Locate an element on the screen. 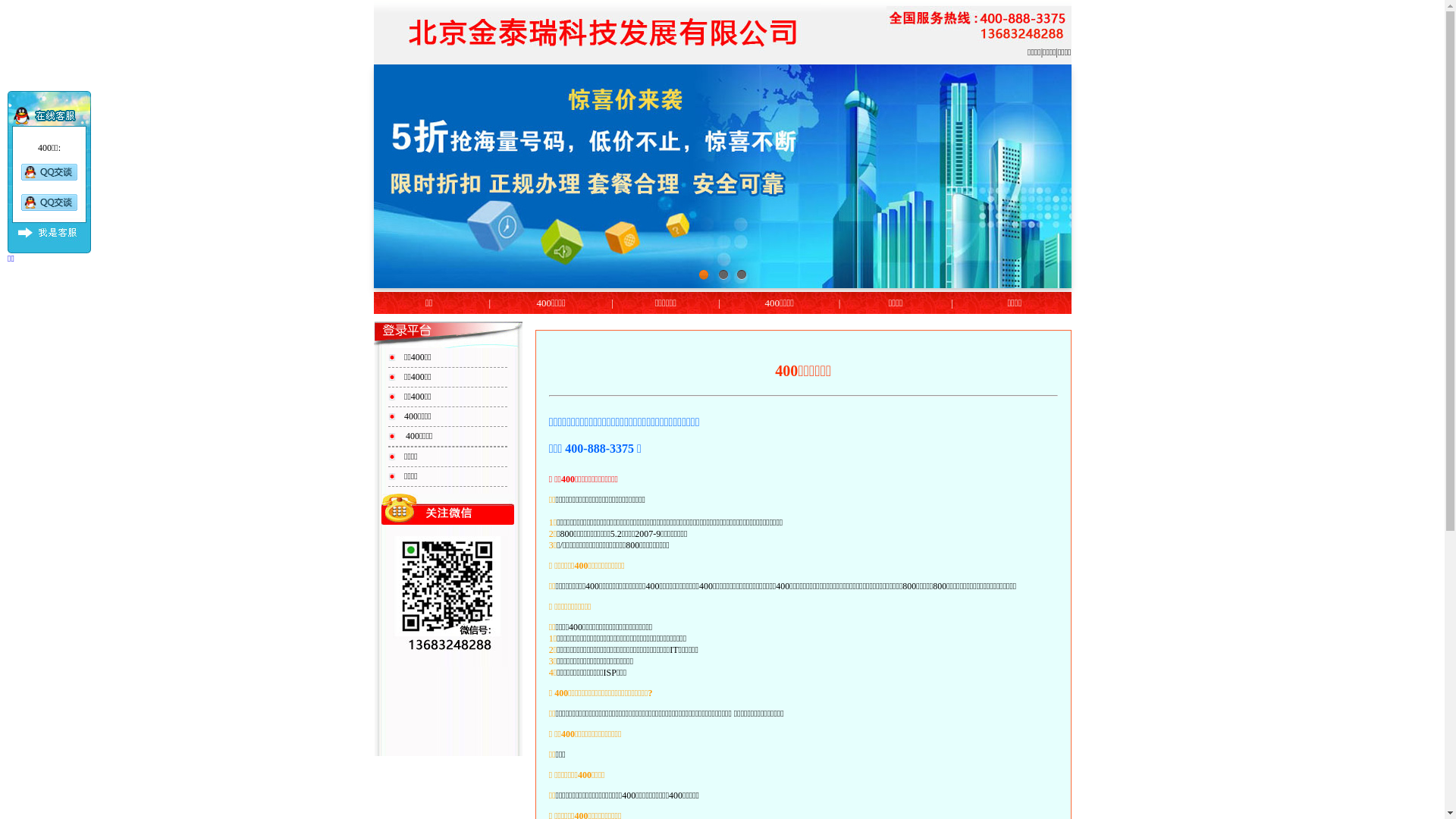 The width and height of the screenshot is (1456, 819). '2' is located at coordinates (722, 275).